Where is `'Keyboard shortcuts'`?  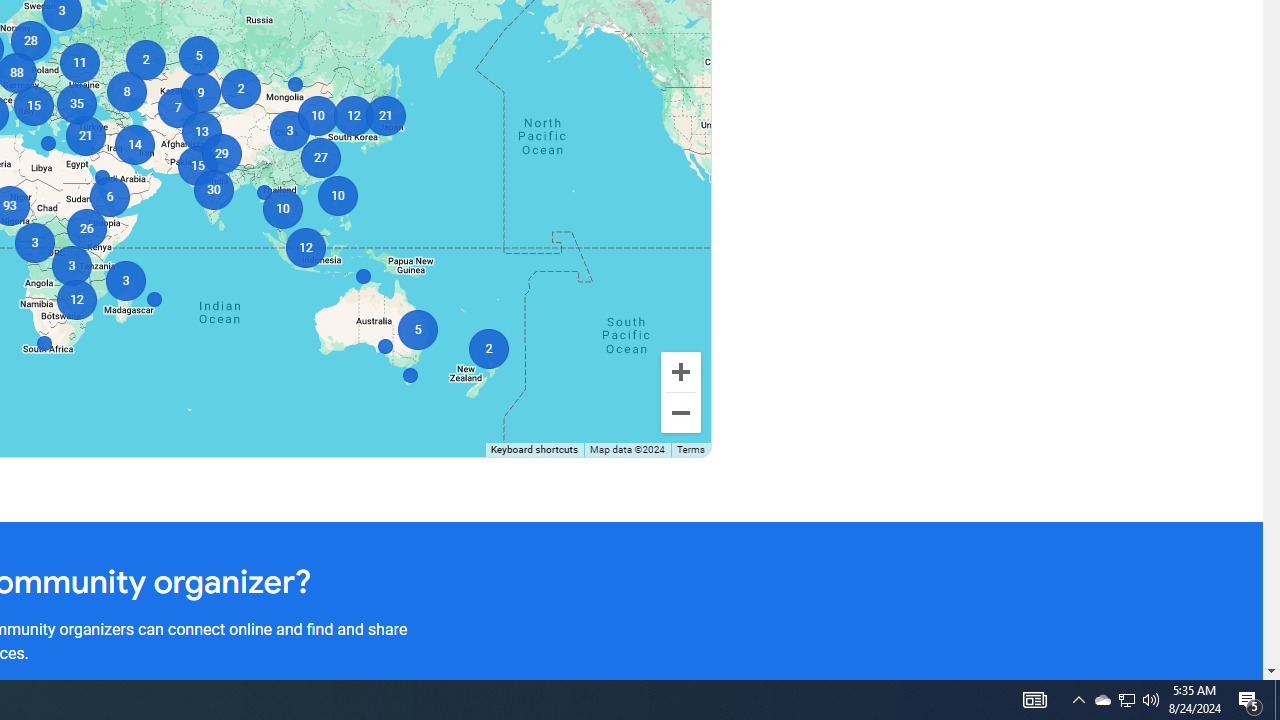
'Keyboard shortcuts' is located at coordinates (534, 450).